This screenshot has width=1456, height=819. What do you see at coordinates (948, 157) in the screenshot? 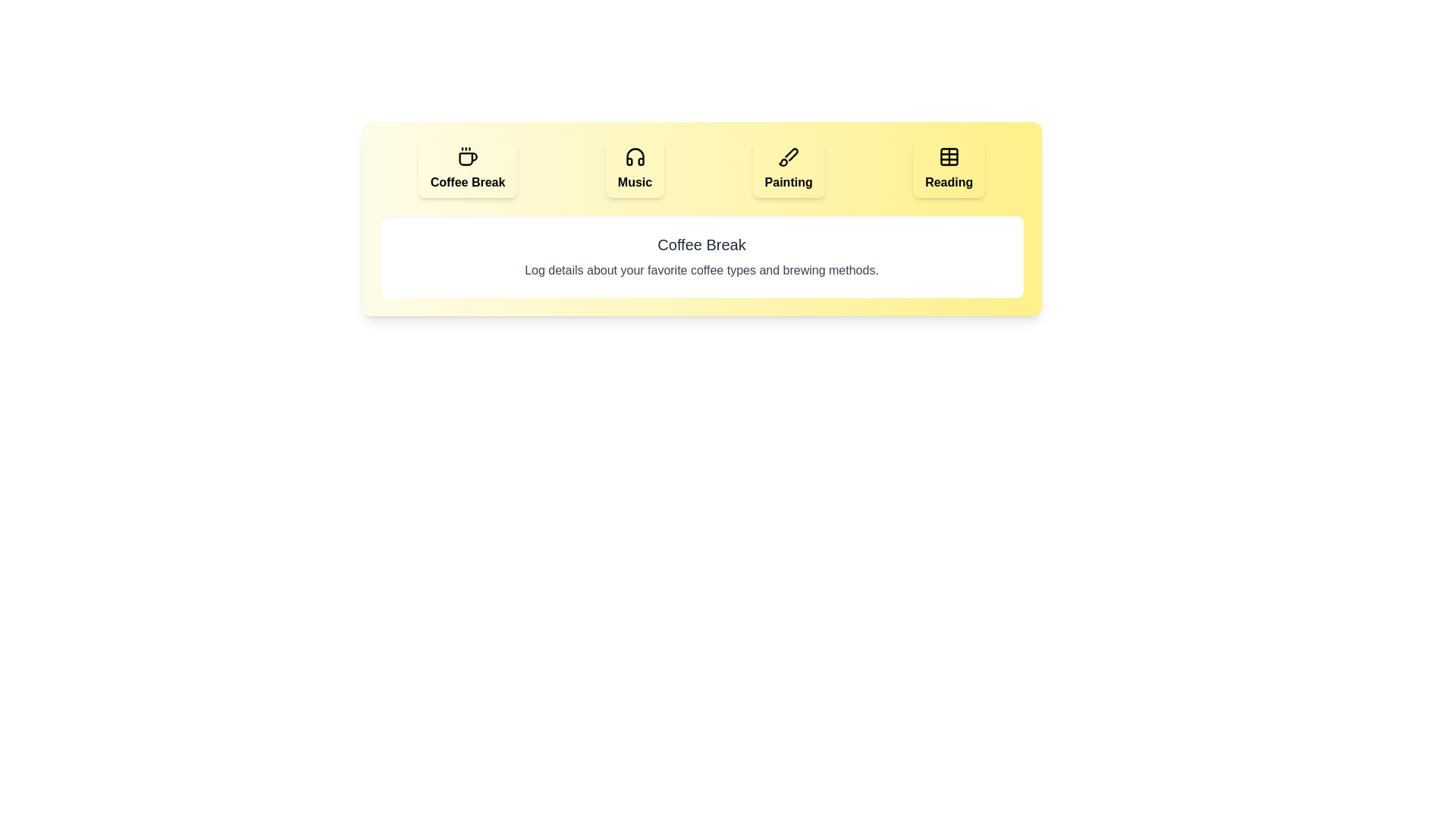
I see `the yellow rounded rectangle visual icon component located in the 'Reading' tab, positioned to the right of the 'Painting' tab in the horizontal menu` at bounding box center [948, 157].